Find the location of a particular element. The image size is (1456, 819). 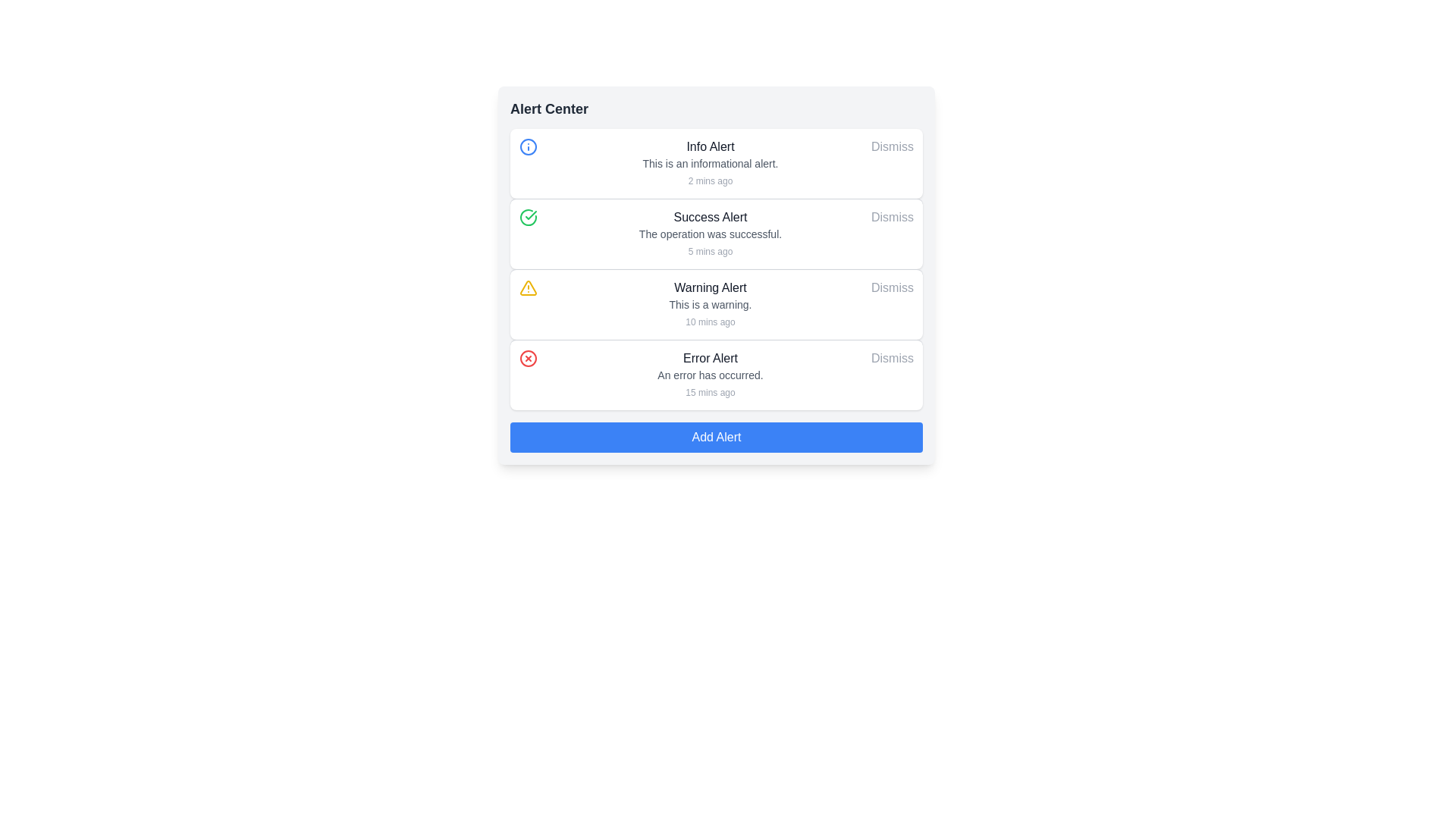

the supplementary information text element located below the 'Info Alert' in the alert list is located at coordinates (709, 164).